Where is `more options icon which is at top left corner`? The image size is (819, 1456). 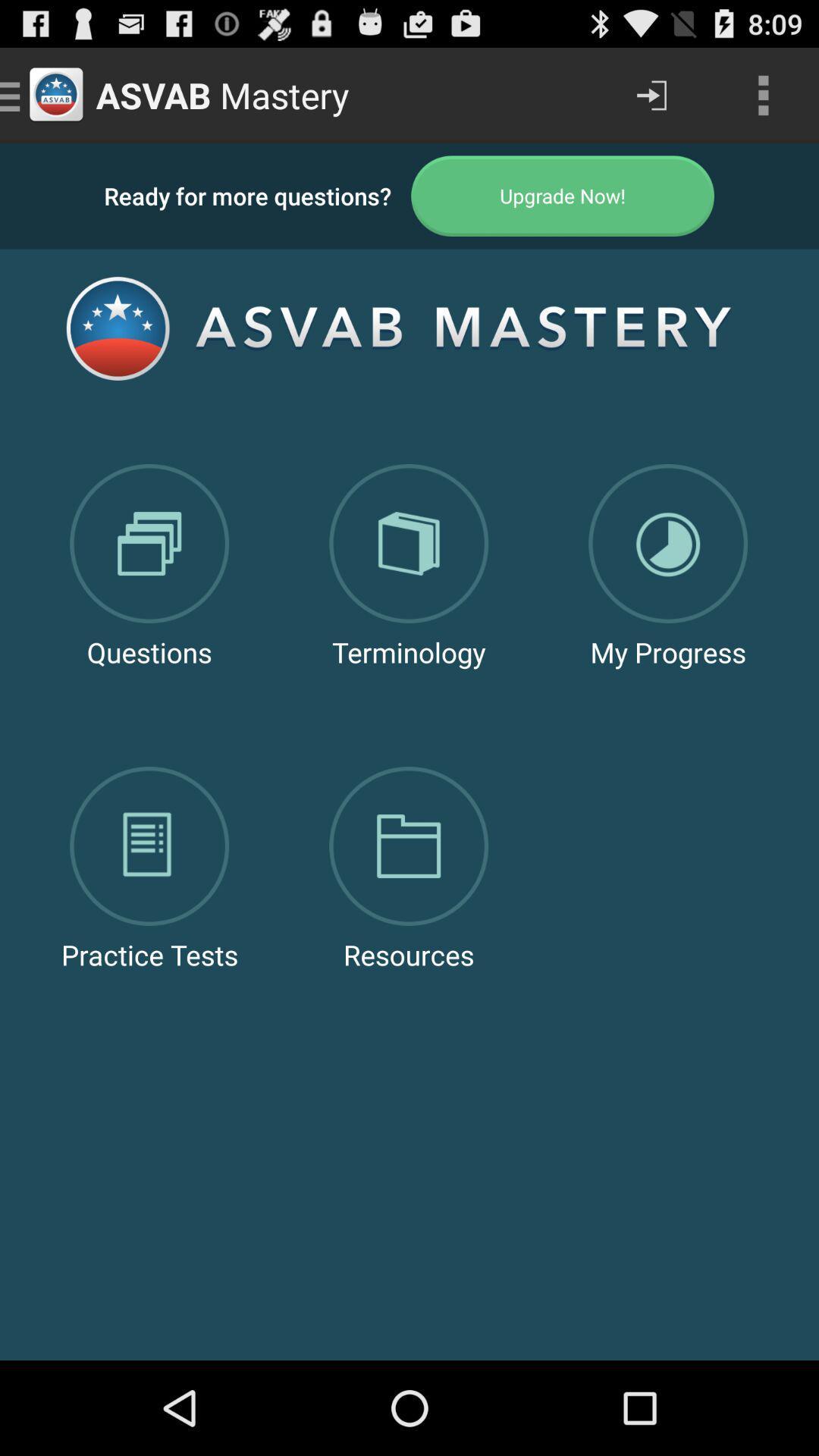 more options icon which is at top left corner is located at coordinates (763, 94).